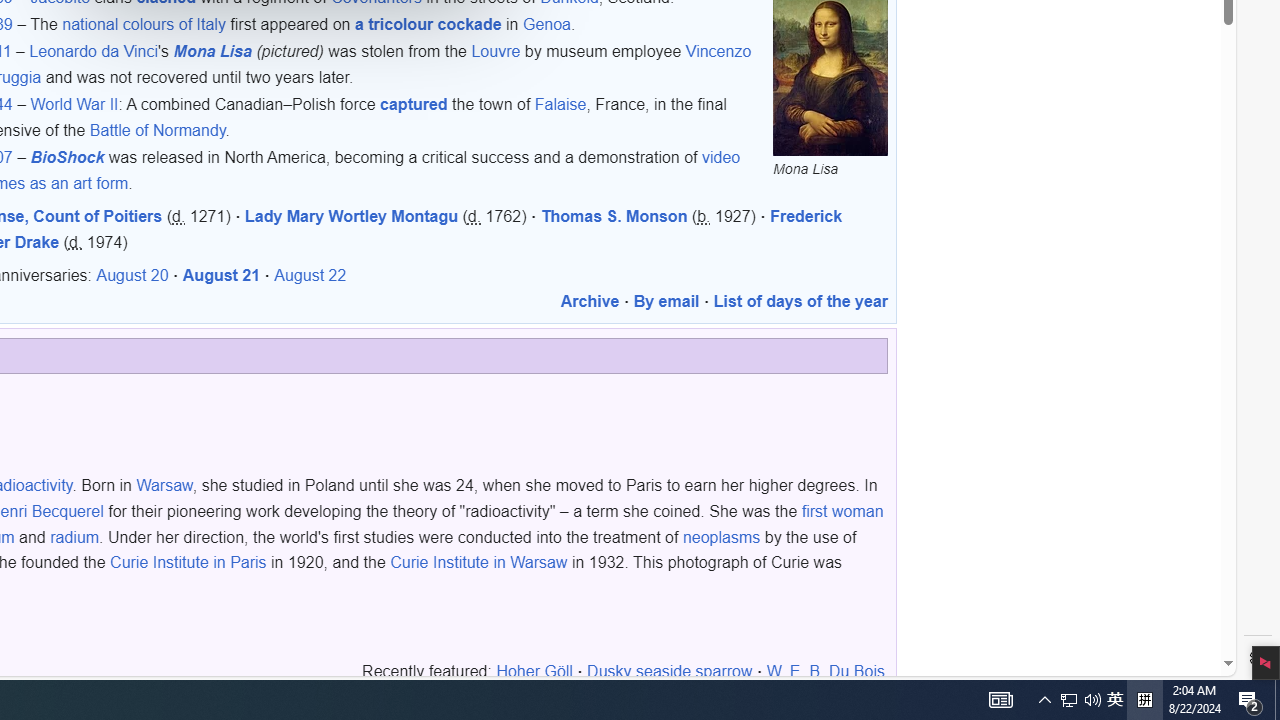 The image size is (1280, 720). I want to click on 'Curie Institute in Warsaw', so click(478, 562).